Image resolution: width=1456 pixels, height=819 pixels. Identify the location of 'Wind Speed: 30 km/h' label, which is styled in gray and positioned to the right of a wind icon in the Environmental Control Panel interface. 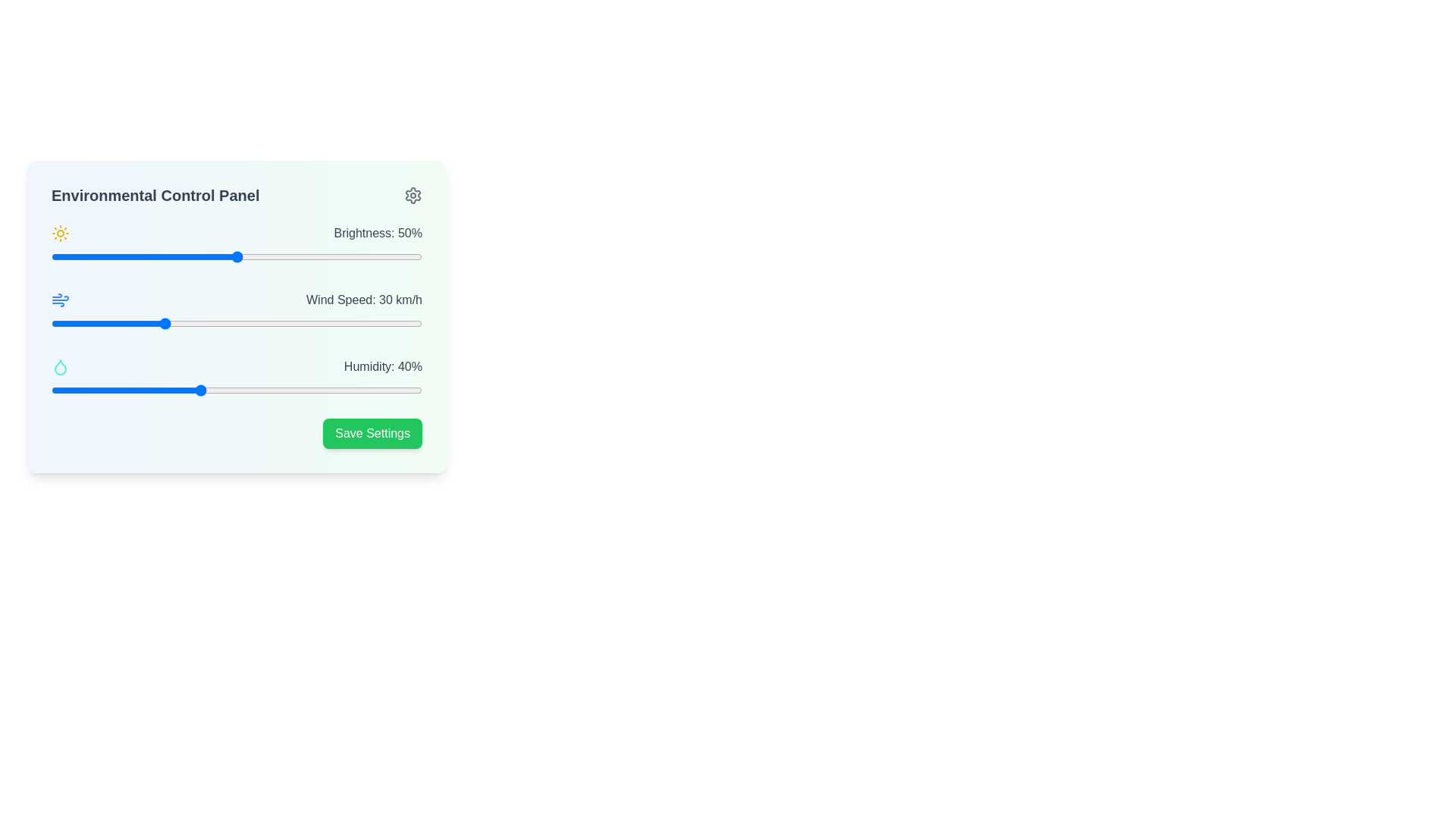
(236, 312).